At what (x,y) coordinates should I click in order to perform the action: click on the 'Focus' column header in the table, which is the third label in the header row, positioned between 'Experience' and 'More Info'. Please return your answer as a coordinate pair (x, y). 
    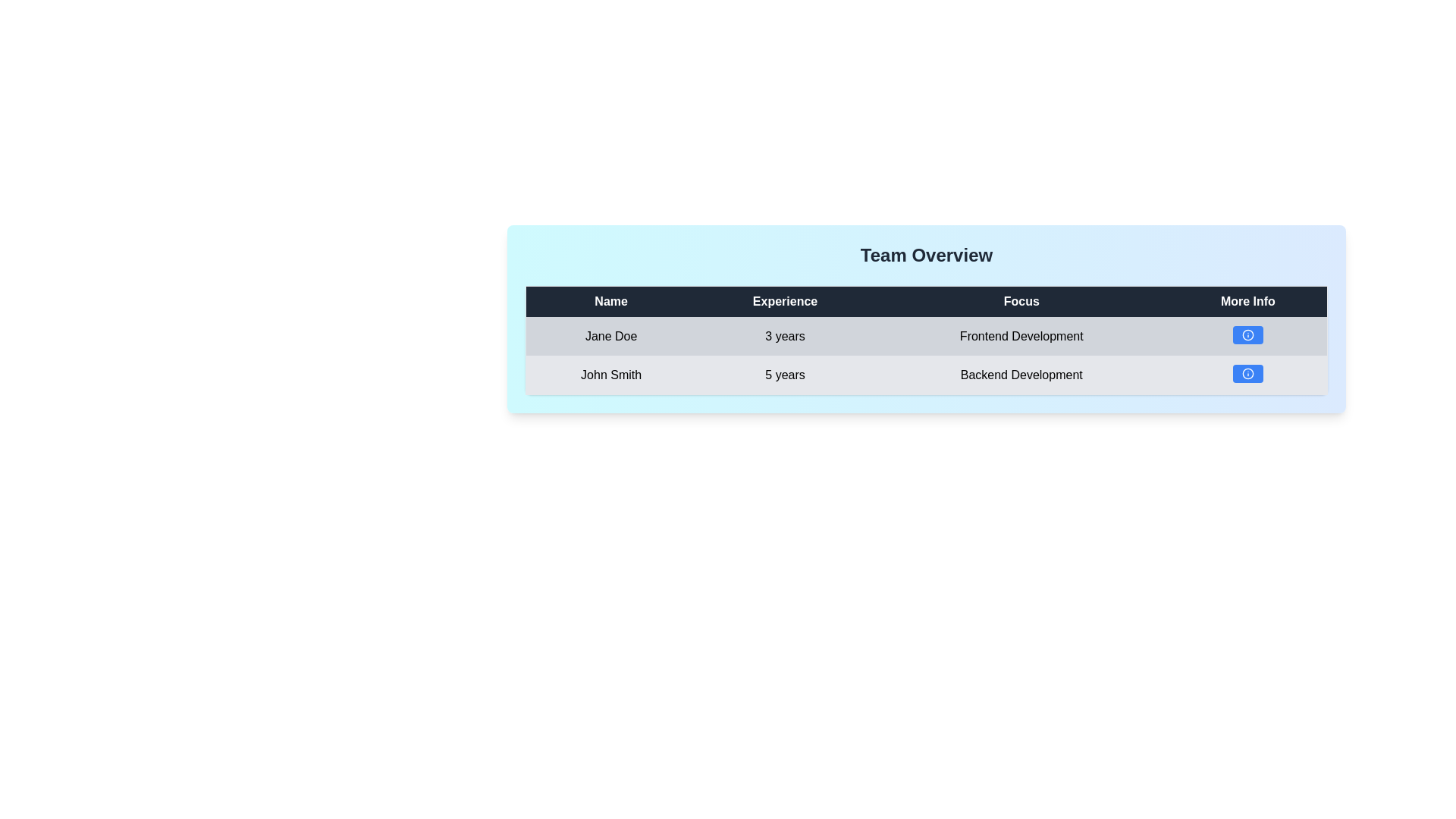
    Looking at the image, I should click on (1021, 301).